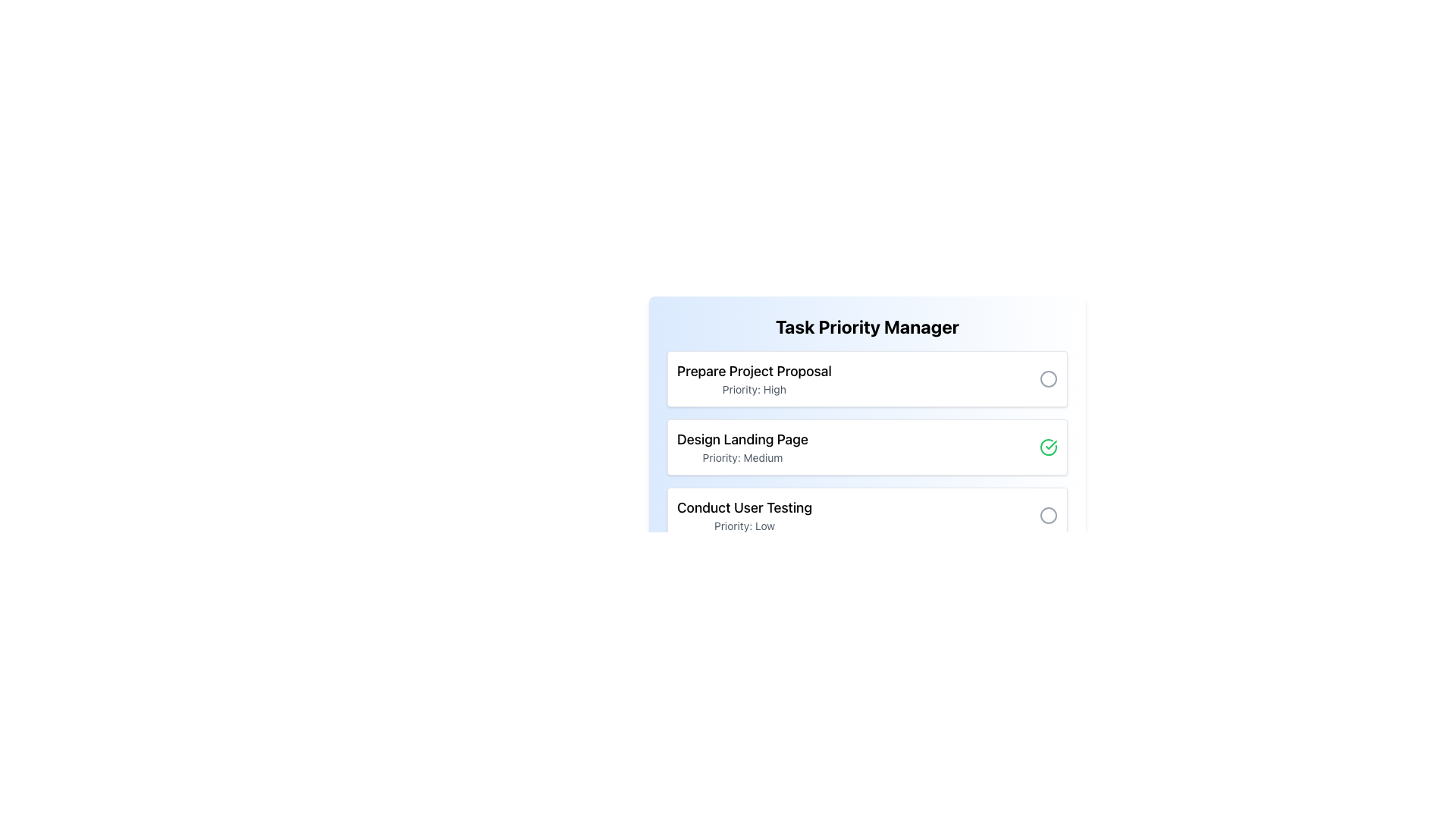  I want to click on the 'Task Priority Manager' static text header element, which is bold and prominently displayed at the top of a light-colored gradient background, so click(867, 326).